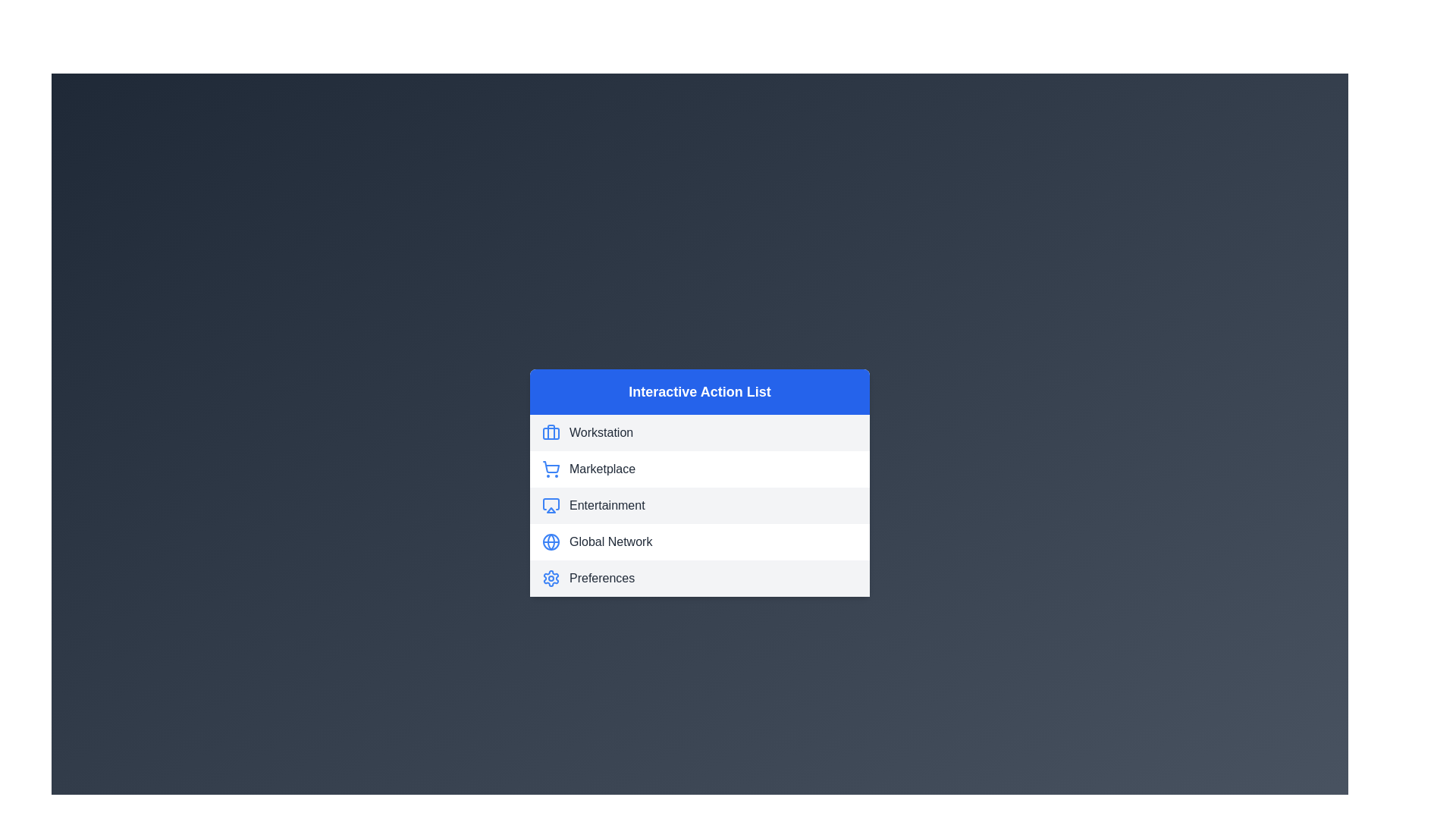 Image resolution: width=1456 pixels, height=819 pixels. I want to click on text label reading 'Preferences' located at the bottom of the vertical menu list, styled in gray and capitalized, so click(601, 579).